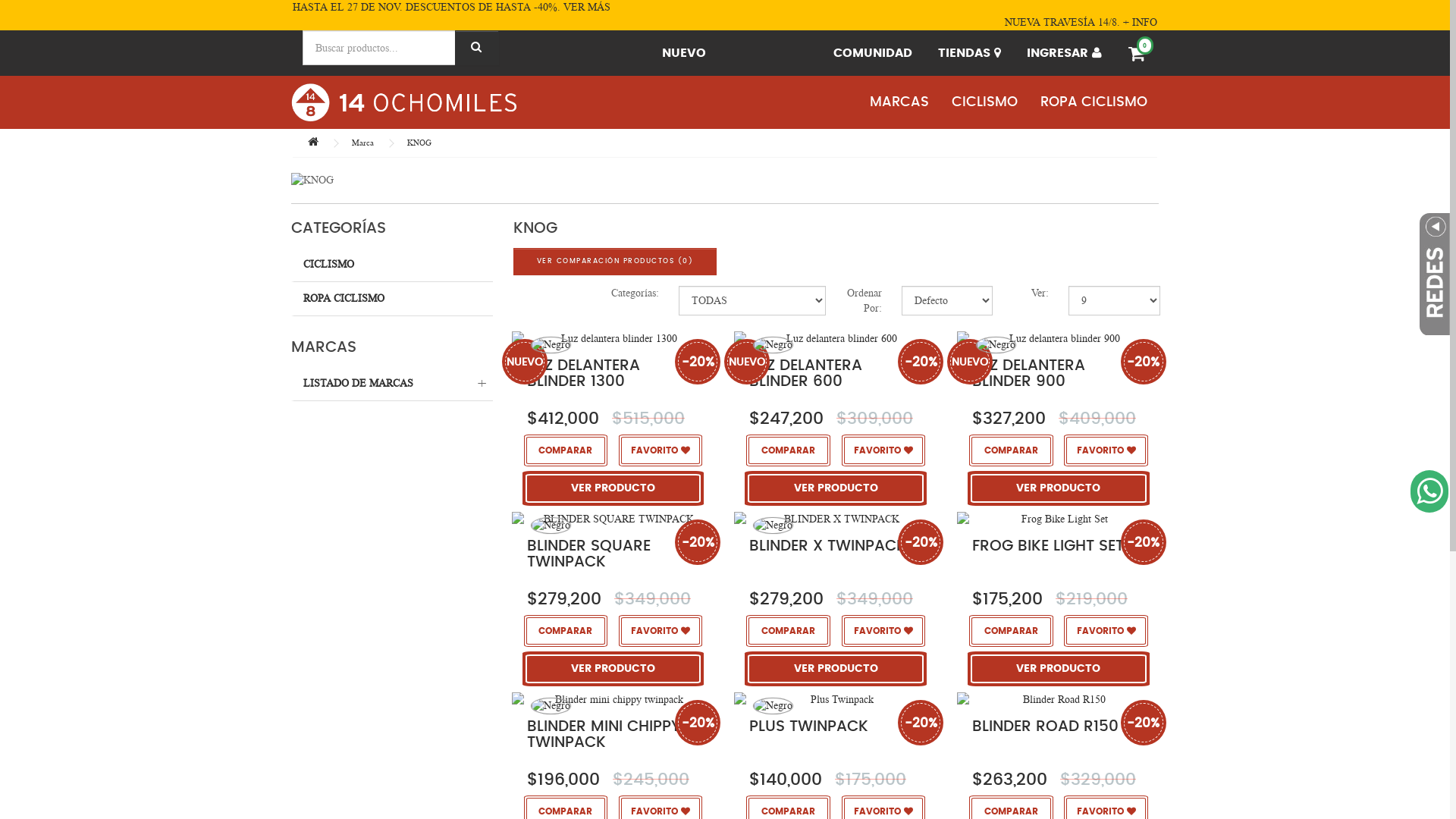 The width and height of the screenshot is (1456, 819). Describe the element at coordinates (899, 102) in the screenshot. I see `'MARCAS'` at that location.